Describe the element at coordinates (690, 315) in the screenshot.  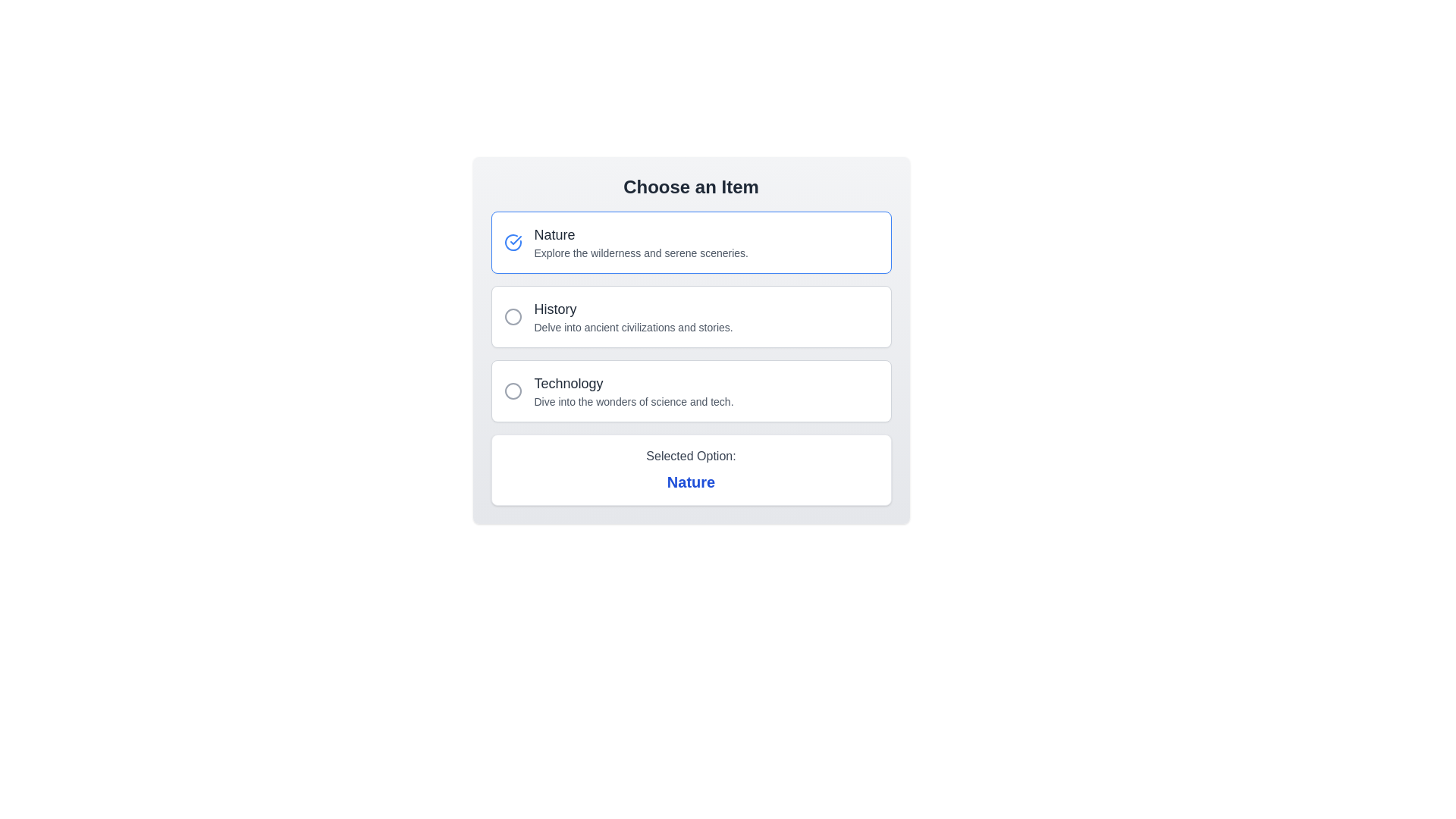
I see `the 'History' selectable list item, which is the second option in a vertical list between 'Nature' and 'Technology'` at that location.